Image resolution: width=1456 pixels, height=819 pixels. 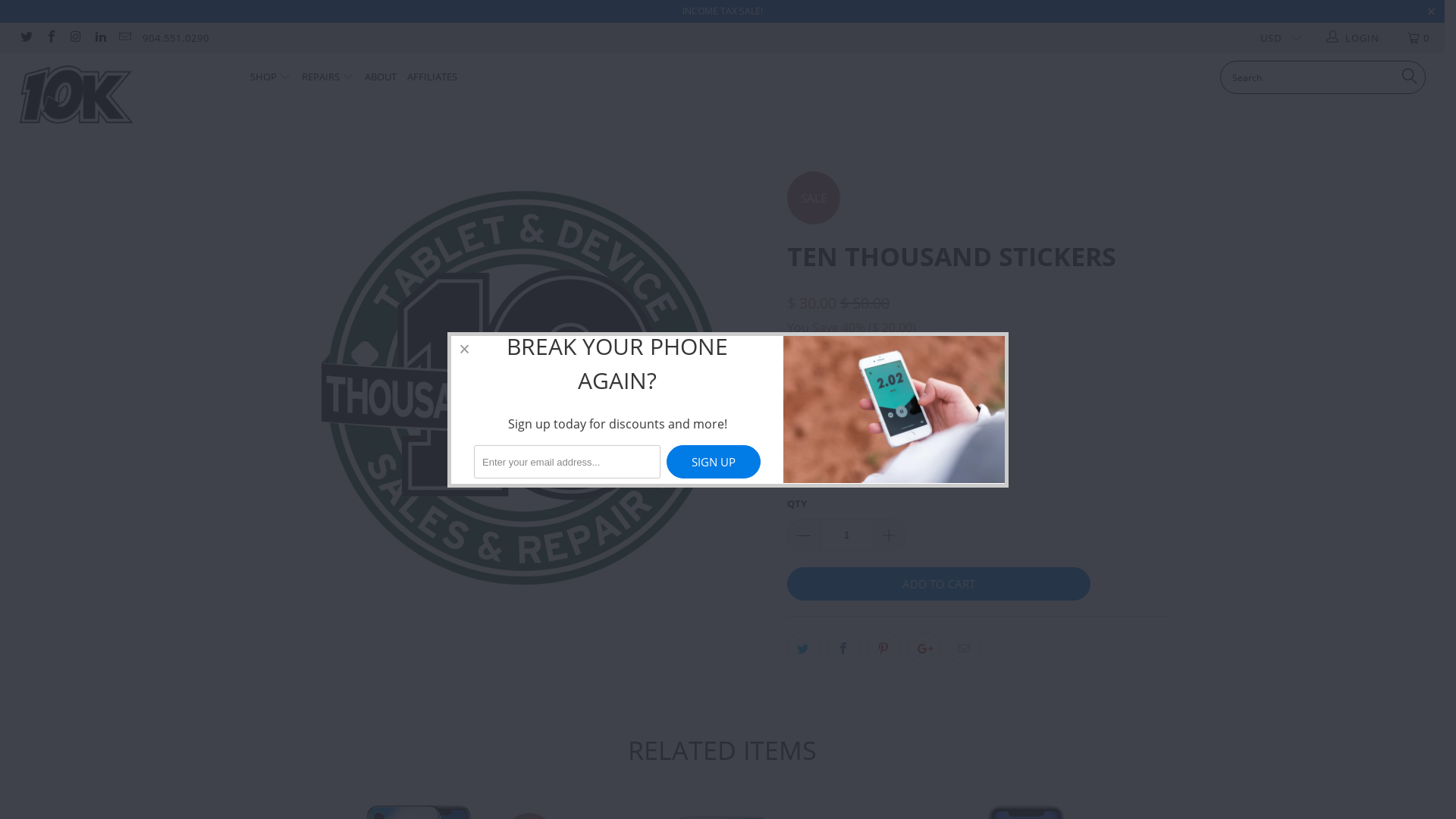 I want to click on 'Sign Up', so click(x=712, y=461).